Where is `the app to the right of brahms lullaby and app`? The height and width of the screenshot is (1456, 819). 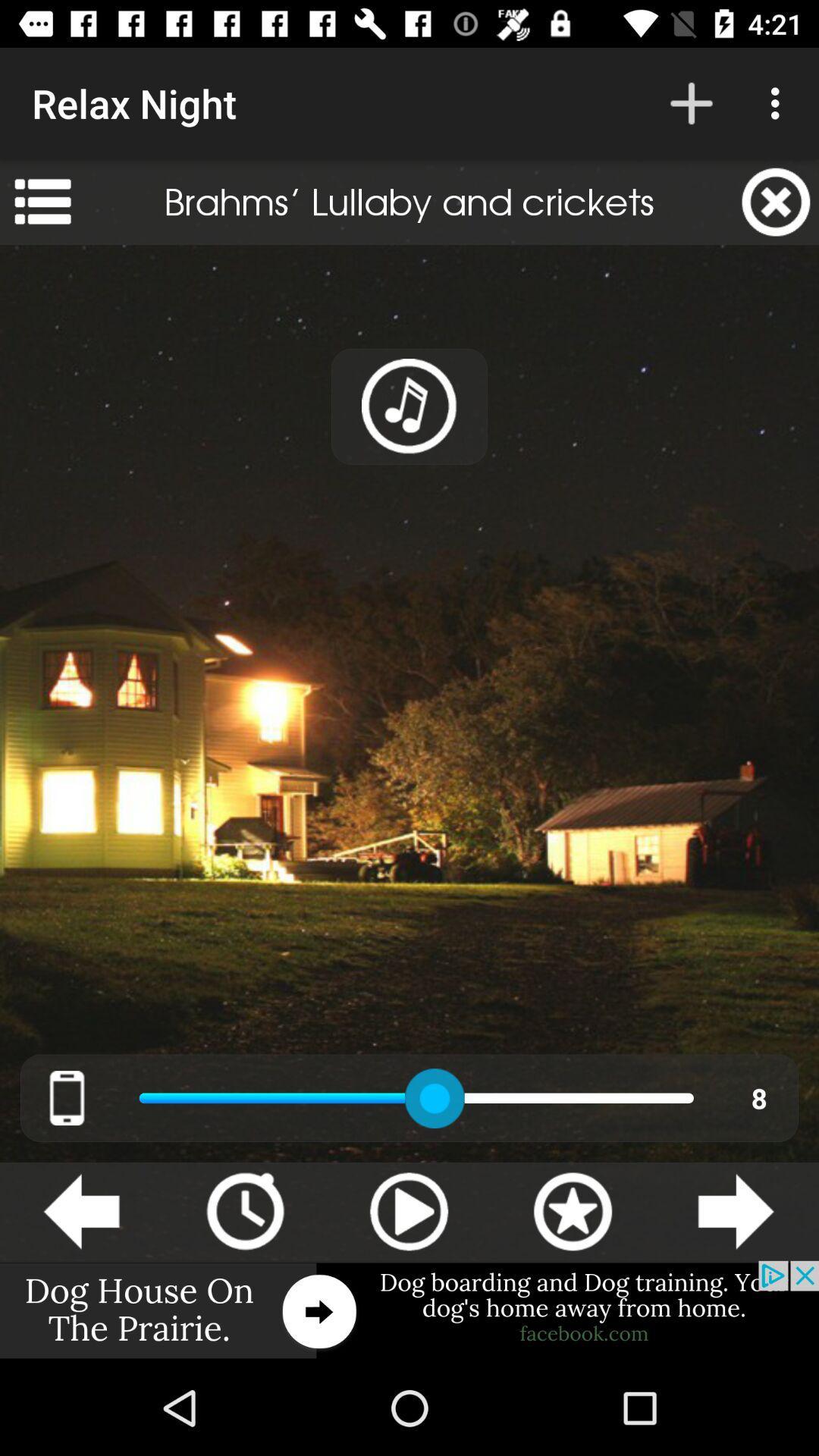 the app to the right of brahms lullaby and app is located at coordinates (776, 201).